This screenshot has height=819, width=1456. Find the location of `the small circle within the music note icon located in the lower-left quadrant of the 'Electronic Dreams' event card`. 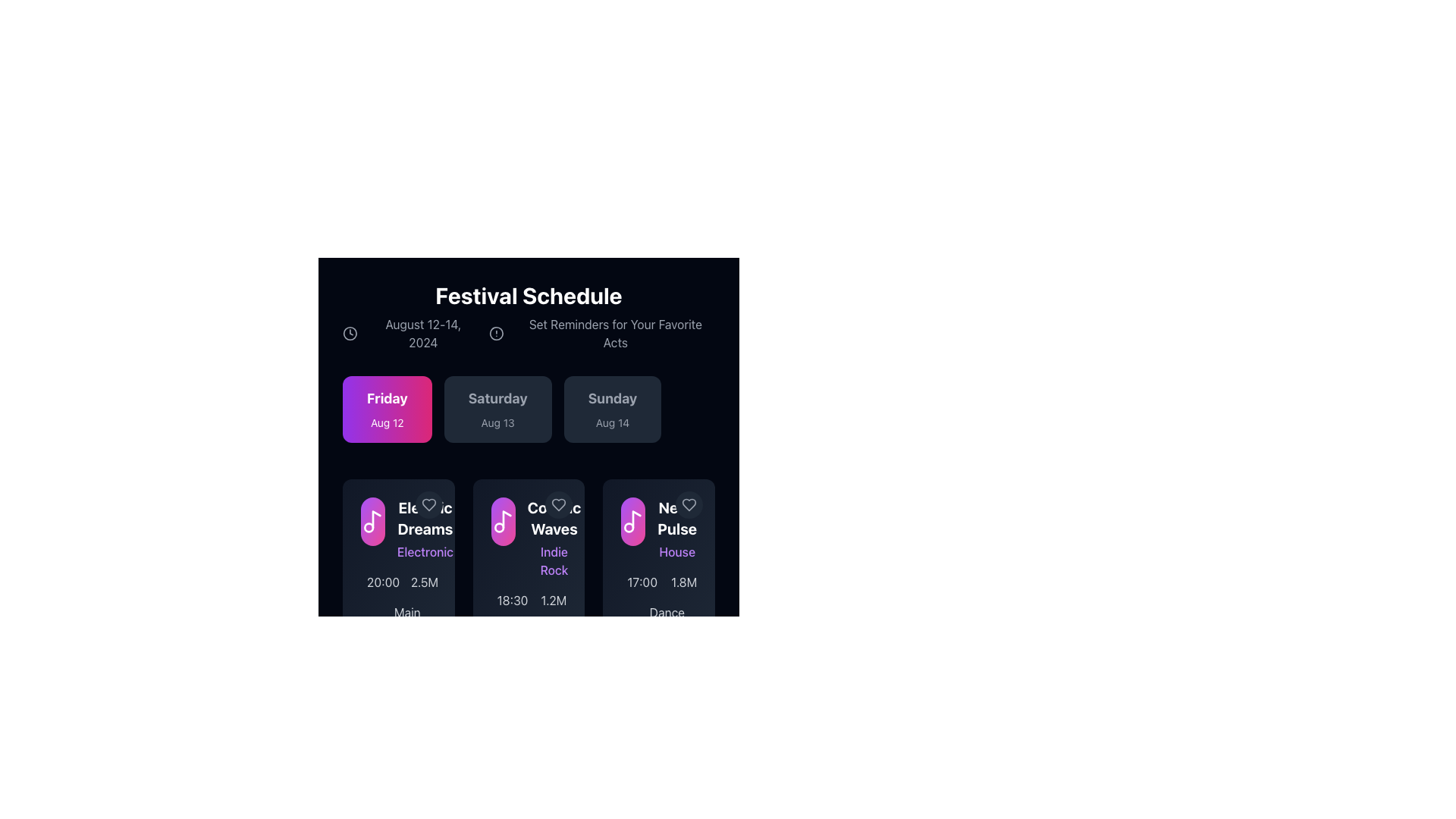

the small circle within the music note icon located in the lower-left quadrant of the 'Electronic Dreams' event card is located at coordinates (369, 526).